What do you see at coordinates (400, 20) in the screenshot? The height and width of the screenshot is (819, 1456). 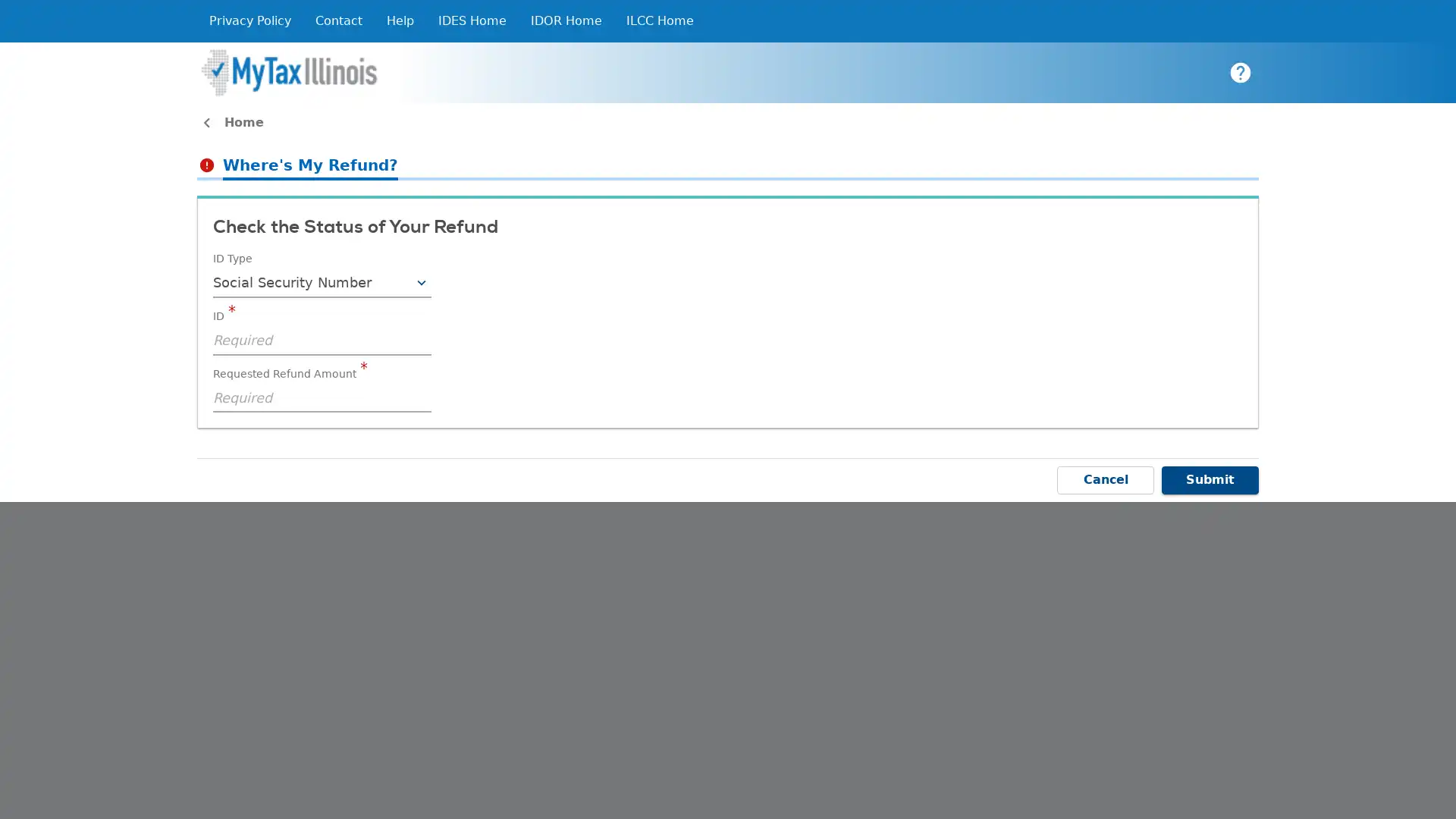 I see `Help` at bounding box center [400, 20].